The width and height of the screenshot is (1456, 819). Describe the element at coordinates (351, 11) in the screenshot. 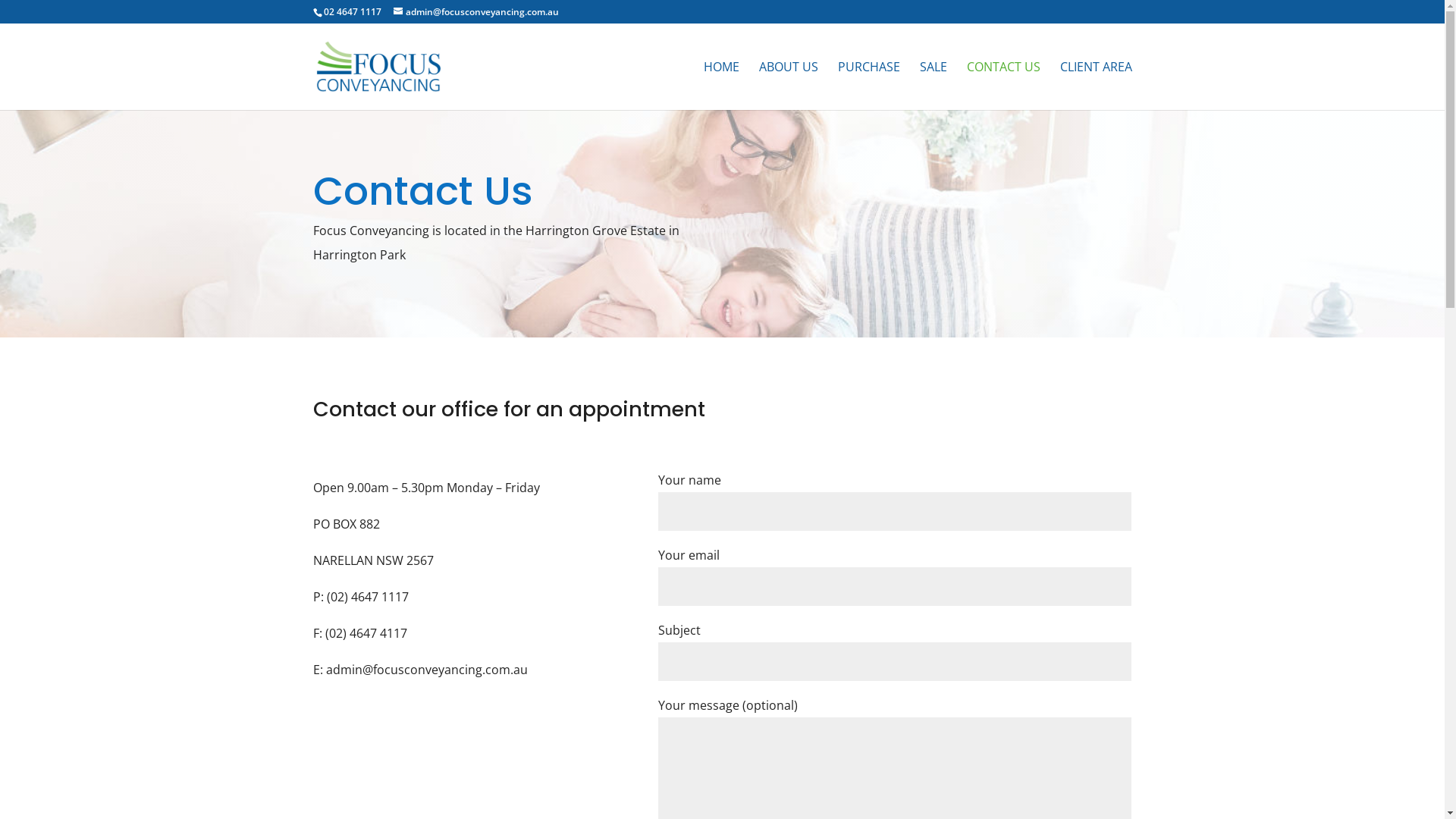

I see `'02 4647 1117'` at that location.